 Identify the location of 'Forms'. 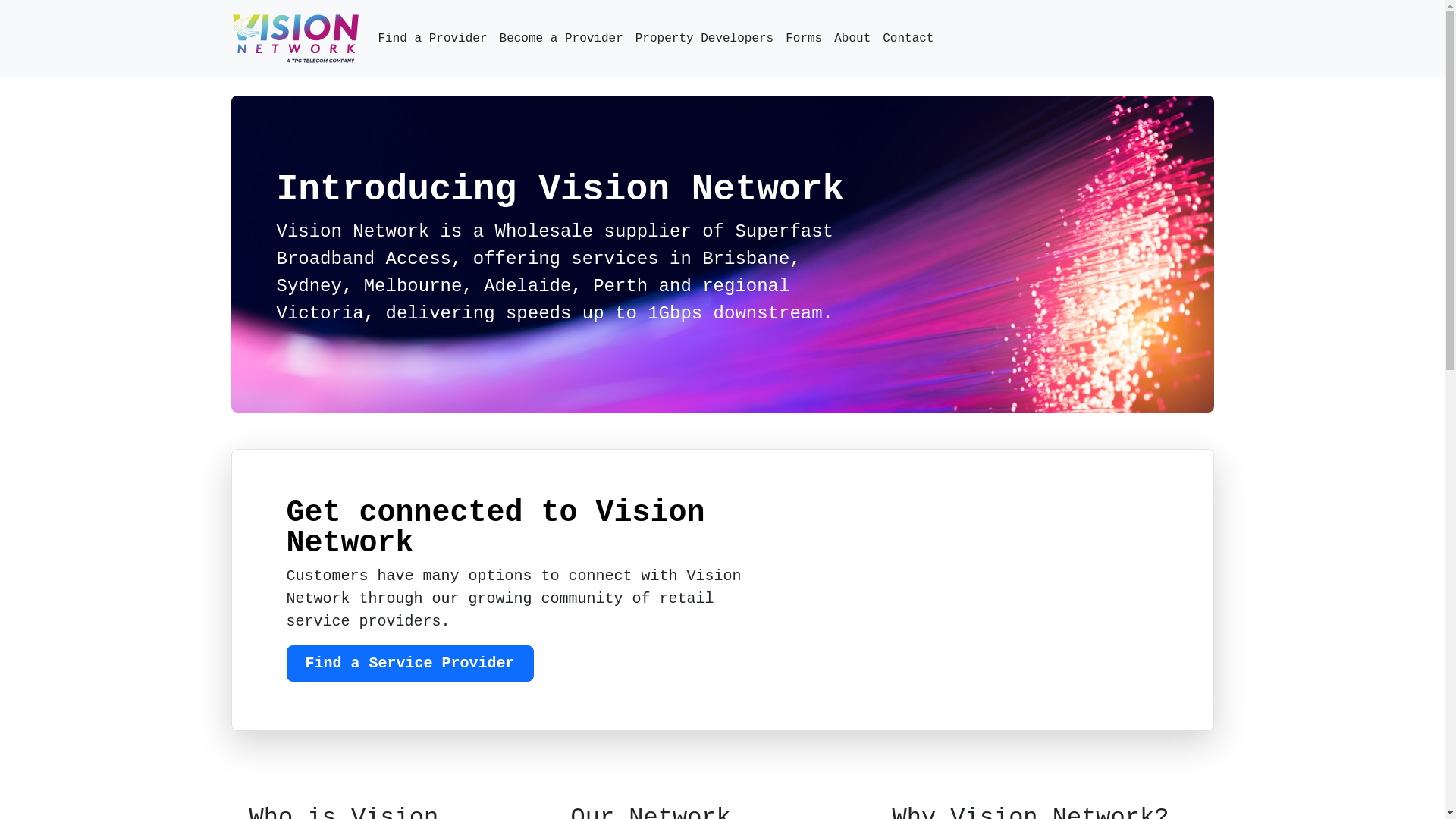
(803, 37).